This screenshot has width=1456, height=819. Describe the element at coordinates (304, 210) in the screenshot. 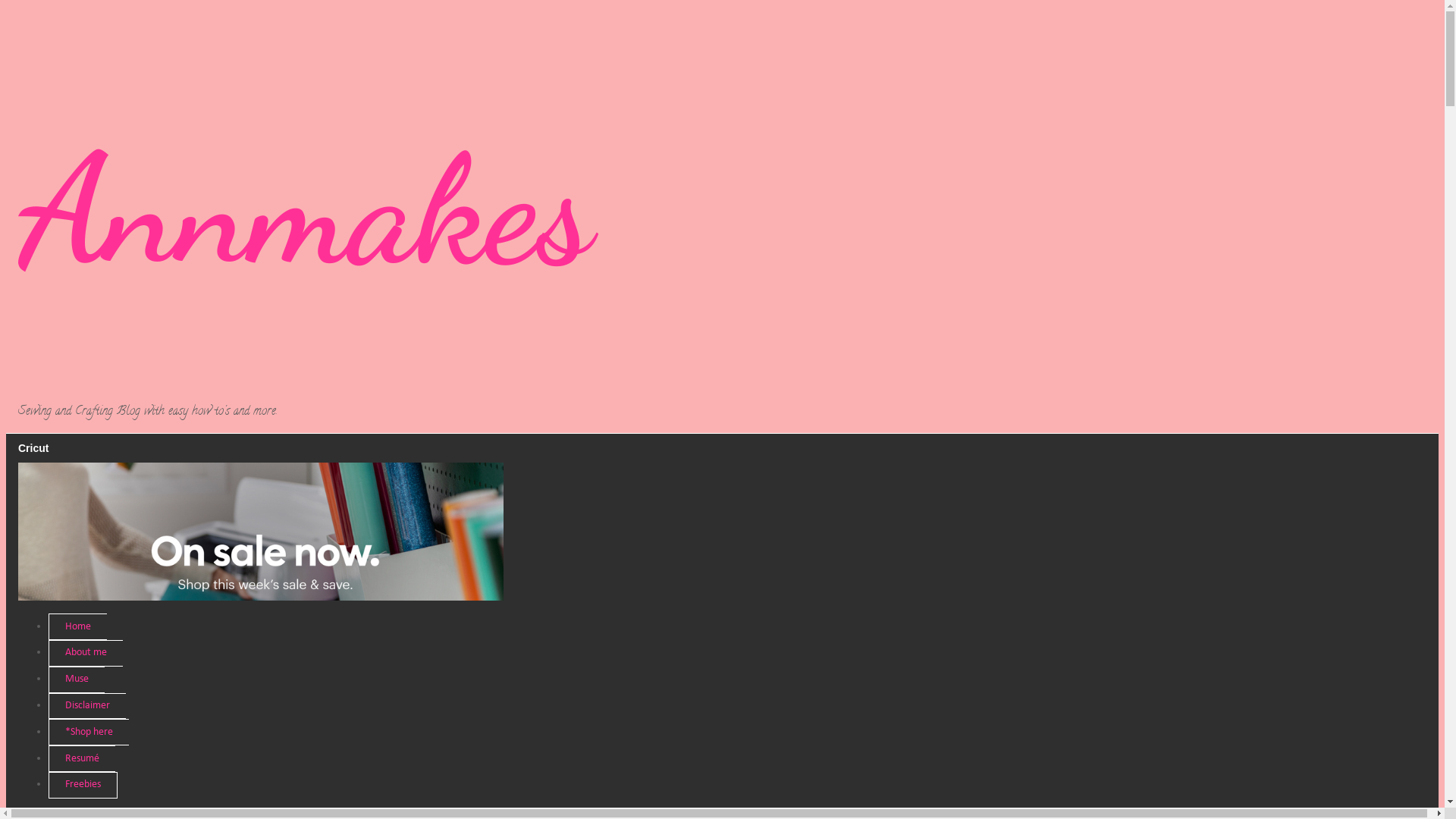

I see `'Annmakes'` at that location.